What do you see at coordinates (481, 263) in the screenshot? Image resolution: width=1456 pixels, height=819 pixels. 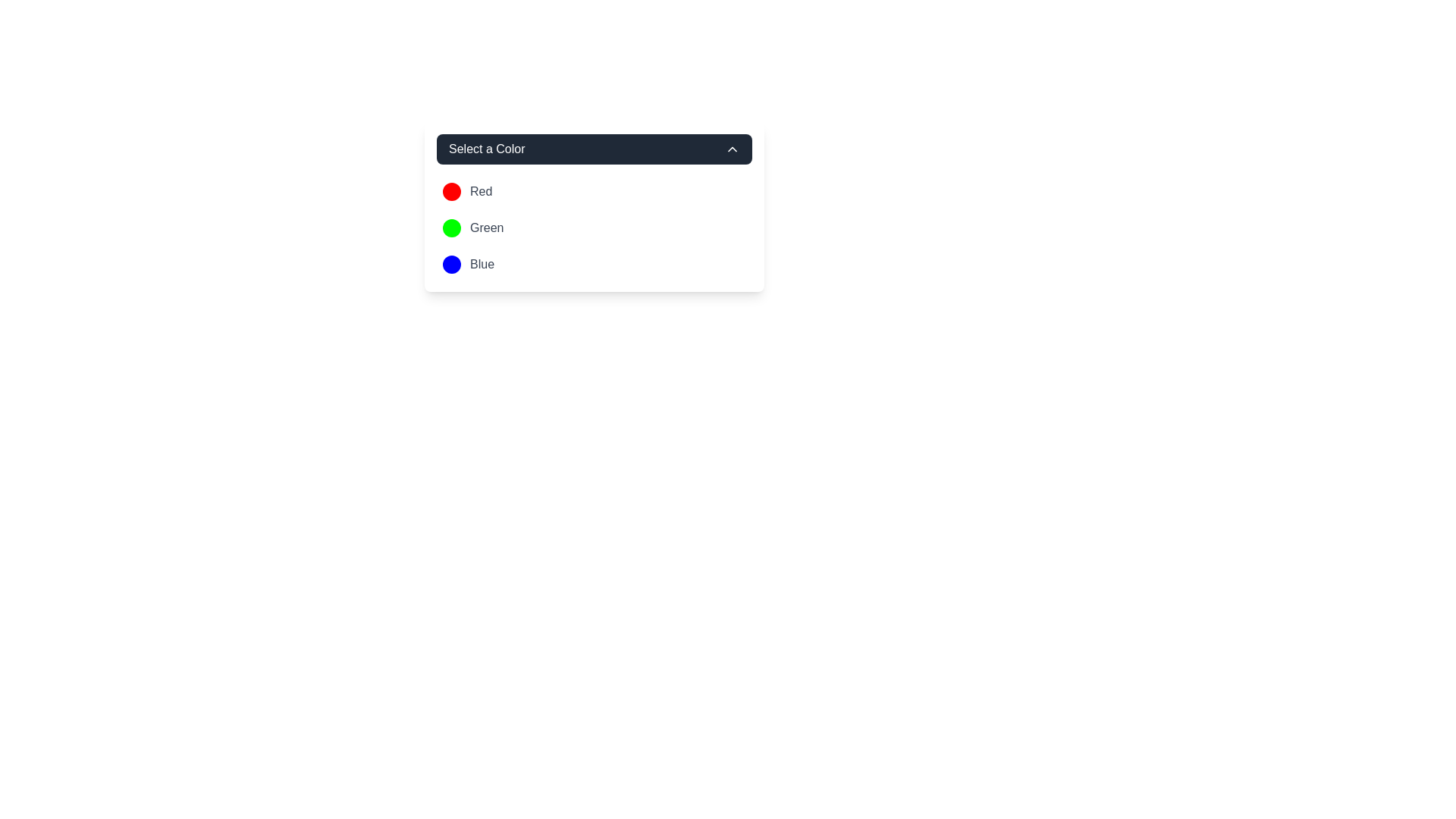 I see `the text label that serves as a selection option indicator within the dropdown list, located to the right of a blue circular element` at bounding box center [481, 263].